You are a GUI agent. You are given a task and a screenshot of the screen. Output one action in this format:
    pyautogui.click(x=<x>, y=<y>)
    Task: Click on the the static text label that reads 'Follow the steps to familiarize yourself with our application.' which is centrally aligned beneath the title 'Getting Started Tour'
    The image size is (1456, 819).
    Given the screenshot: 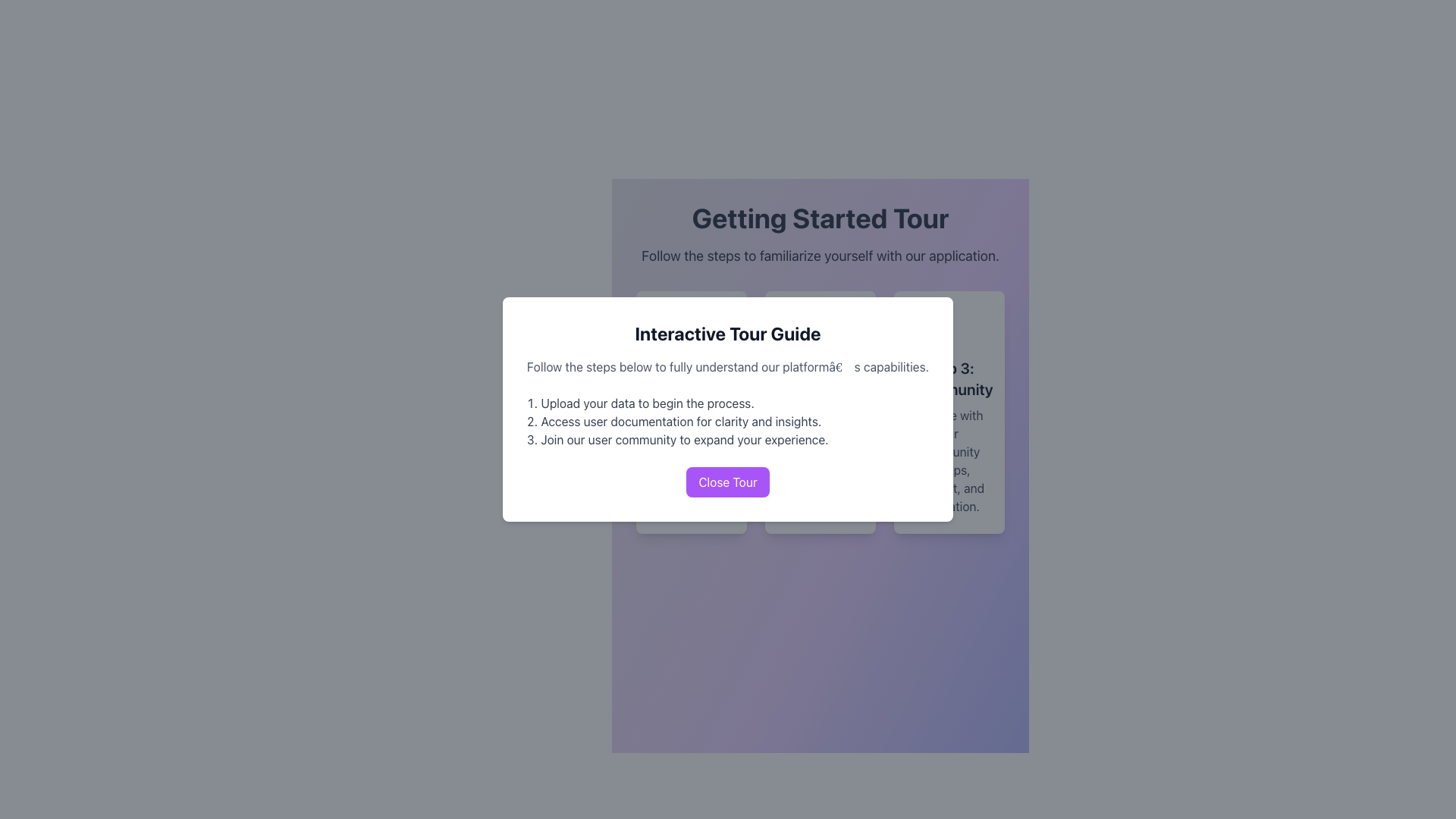 What is the action you would take?
    pyautogui.click(x=819, y=256)
    